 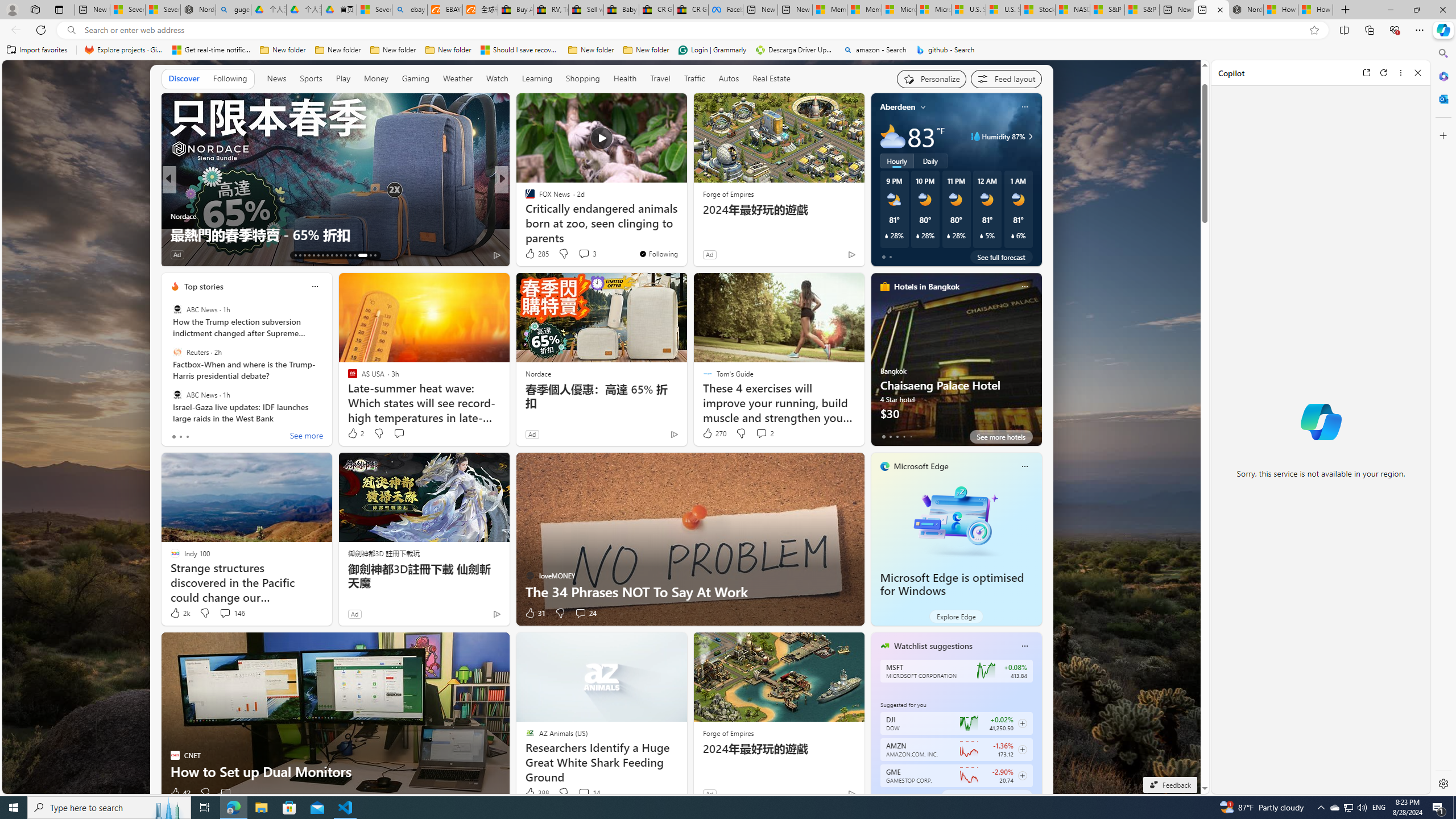 I want to click on 'View comments 14 Comment', so click(x=589, y=792).